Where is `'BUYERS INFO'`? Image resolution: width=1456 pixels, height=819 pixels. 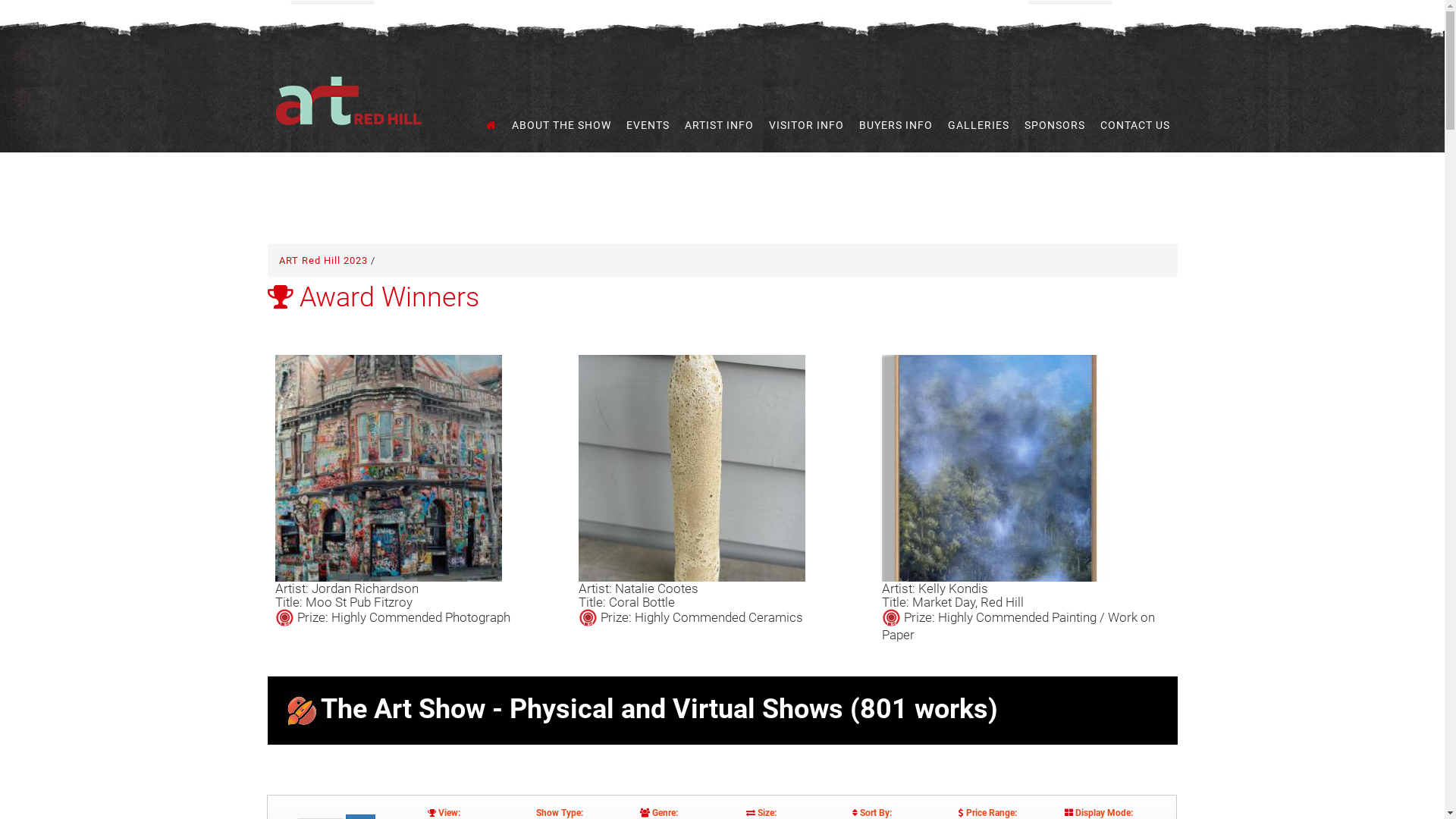
'BUYERS INFO' is located at coordinates (896, 124).